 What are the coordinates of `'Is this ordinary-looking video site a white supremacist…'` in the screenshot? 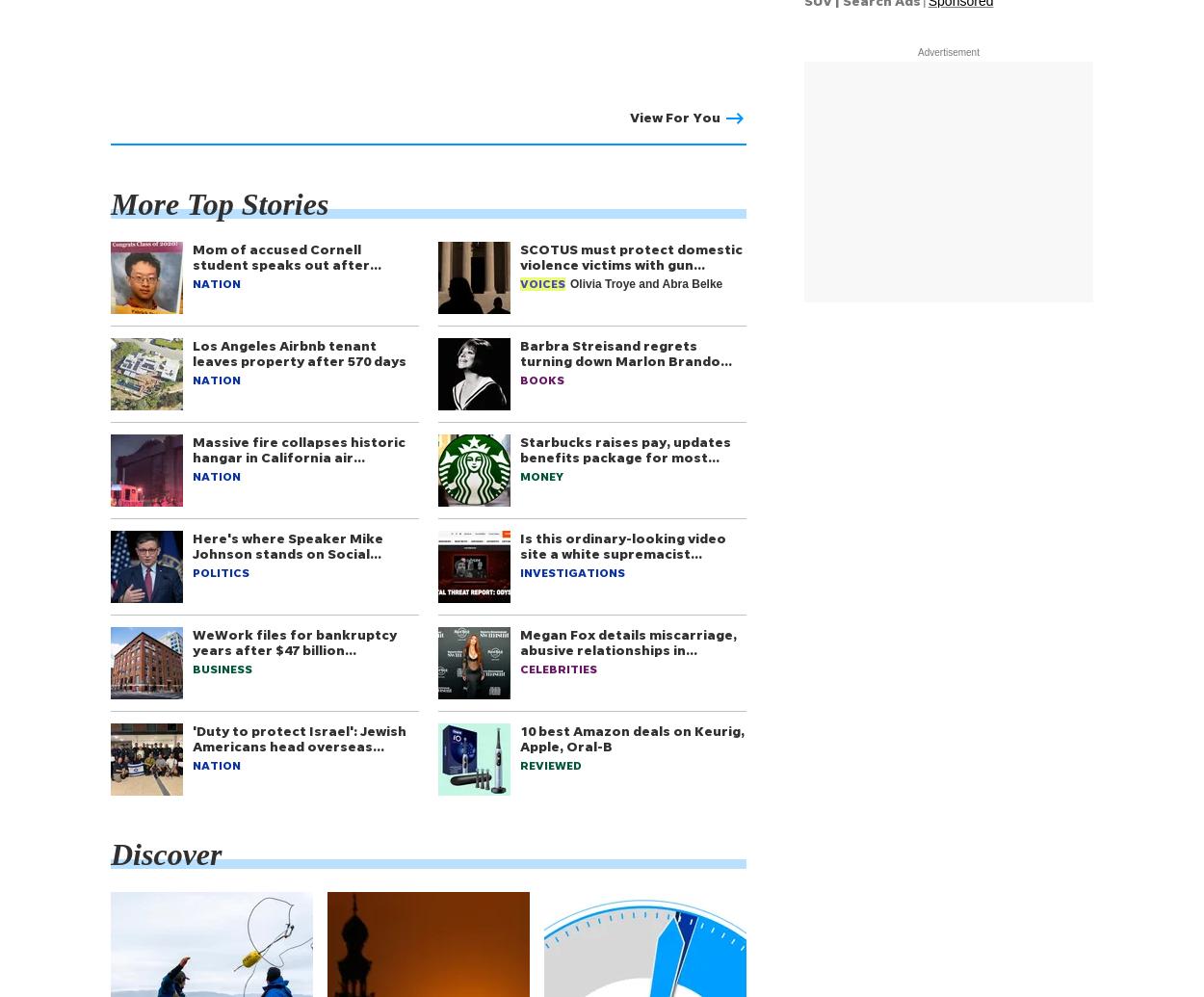 It's located at (622, 544).